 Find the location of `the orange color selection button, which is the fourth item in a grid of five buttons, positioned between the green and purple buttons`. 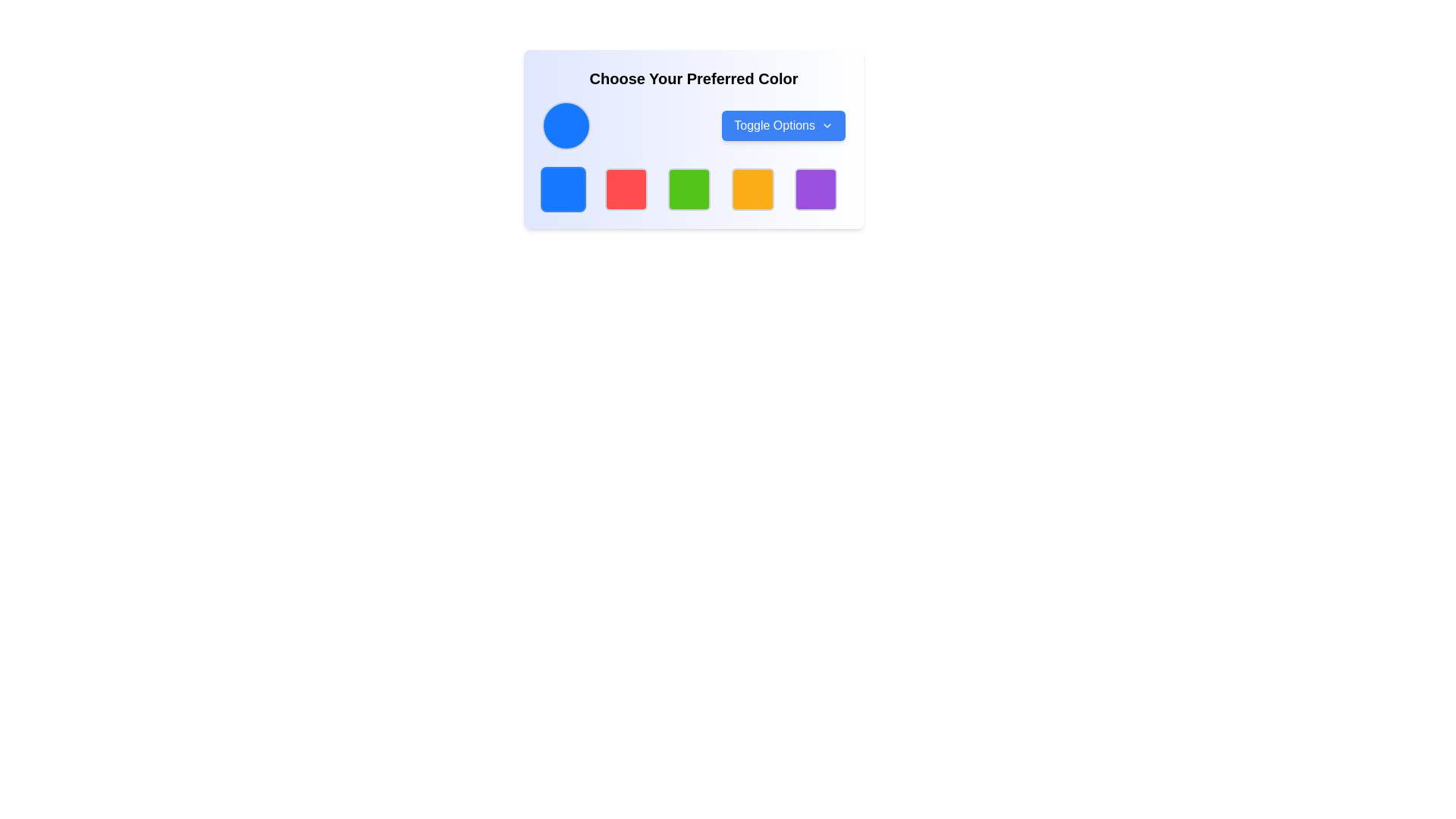

the orange color selection button, which is the fourth item in a grid of five buttons, positioned between the green and purple buttons is located at coordinates (752, 189).